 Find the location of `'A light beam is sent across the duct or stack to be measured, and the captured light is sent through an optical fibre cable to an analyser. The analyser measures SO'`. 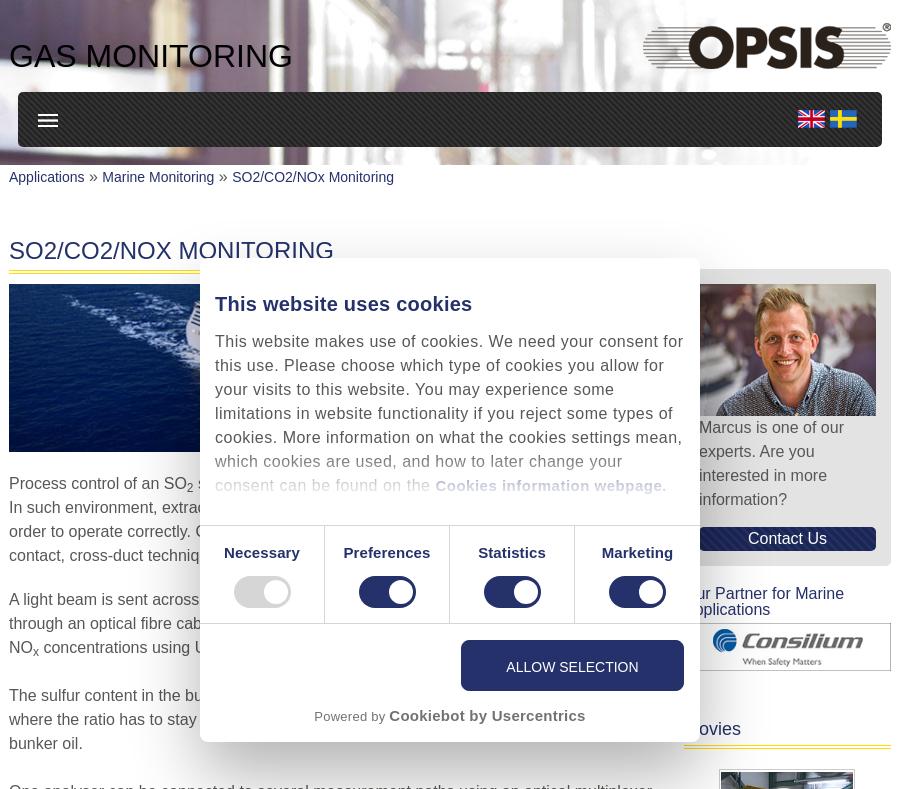

'A light beam is sent across the duct or stack to be measured, and the captured light is sent through an optical fibre cable to an analyser. The analyser measures SO' is located at coordinates (328, 610).